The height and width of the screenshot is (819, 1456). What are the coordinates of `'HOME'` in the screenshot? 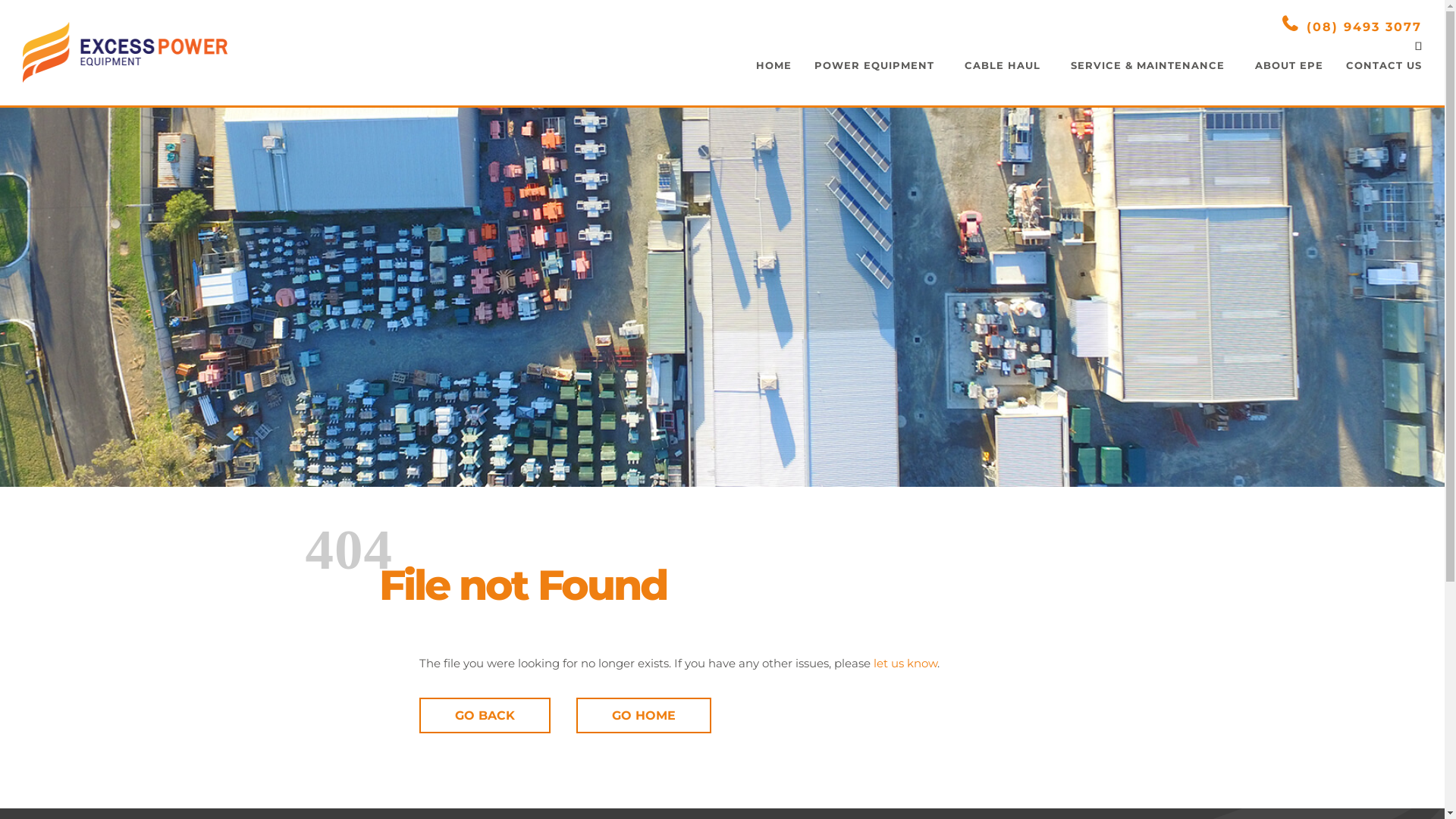 It's located at (770, 80).